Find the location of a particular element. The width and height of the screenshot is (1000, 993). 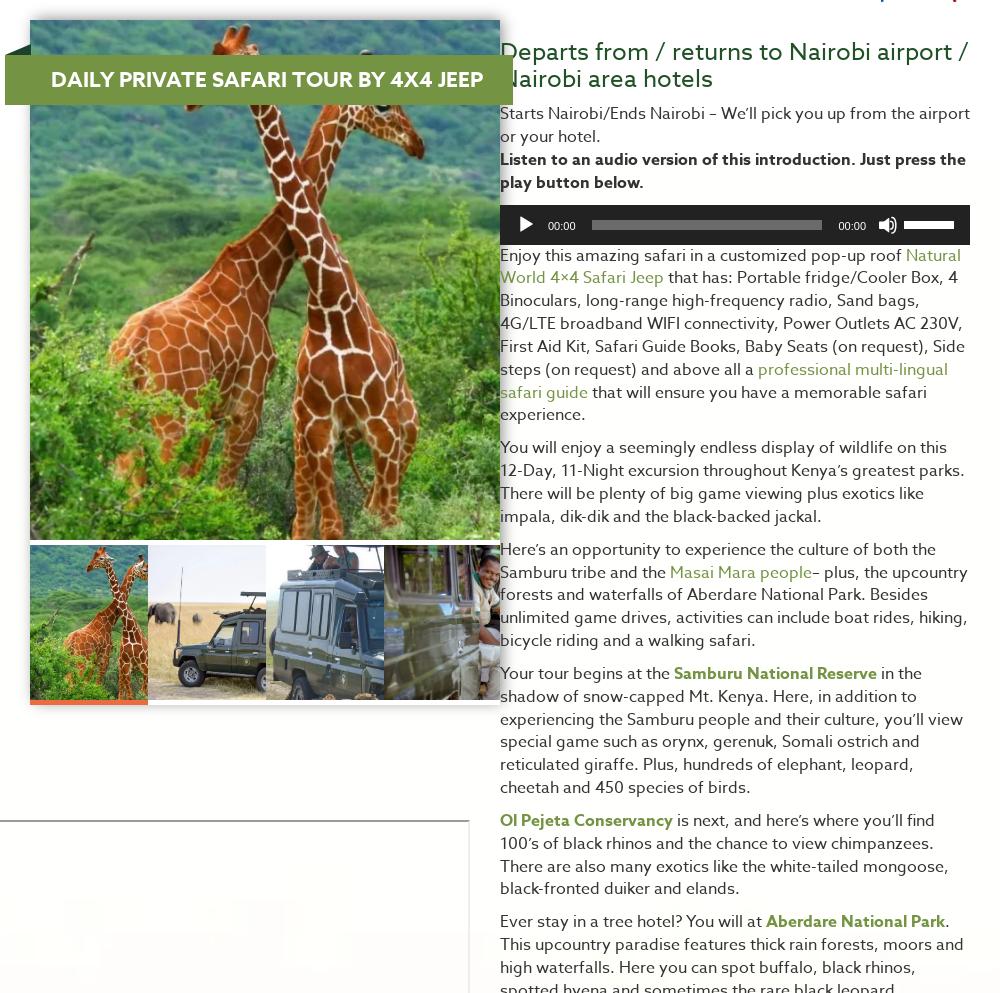

'Just press the play button below.' is located at coordinates (732, 169).